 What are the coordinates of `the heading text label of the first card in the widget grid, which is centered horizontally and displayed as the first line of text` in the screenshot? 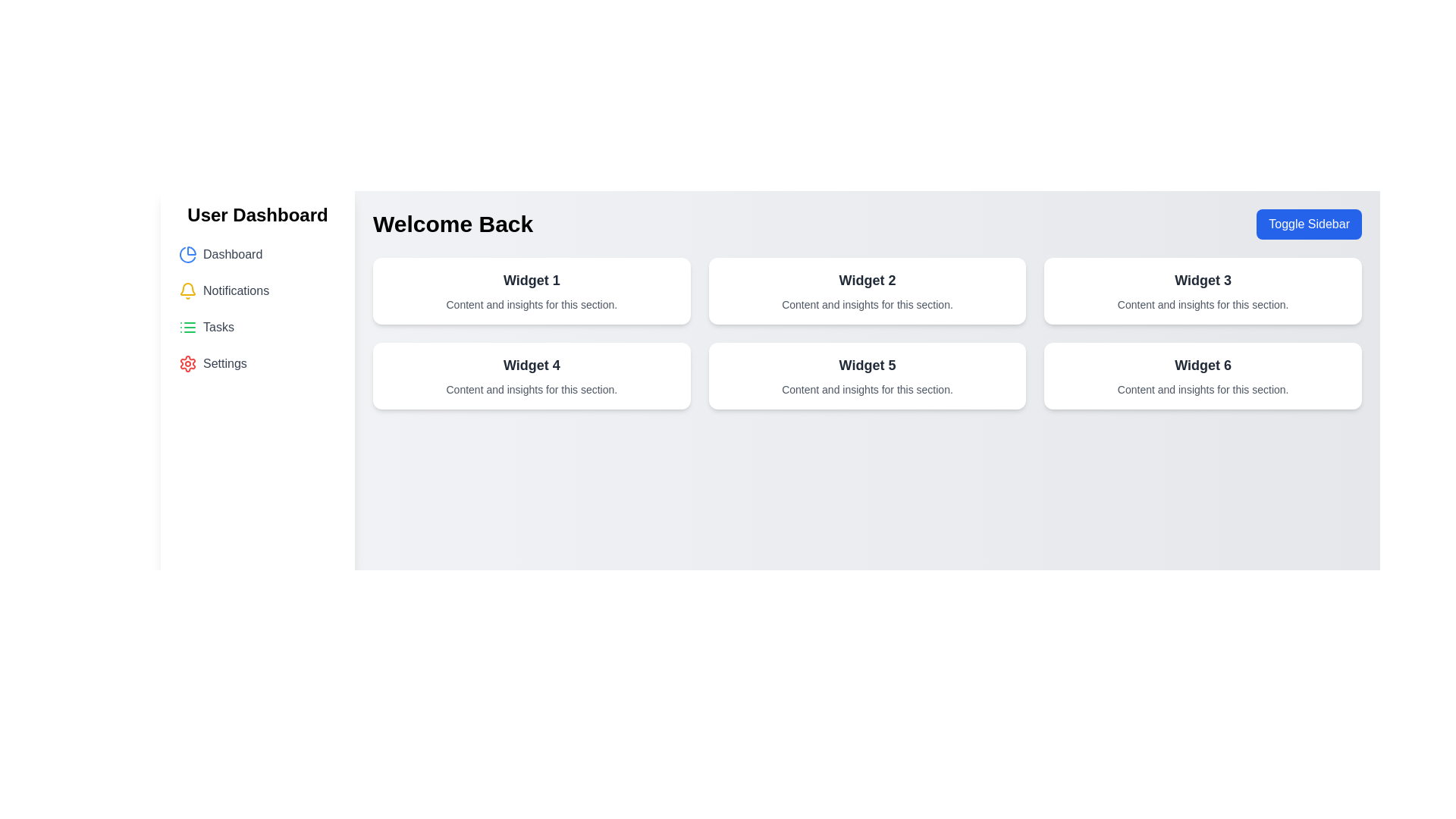 It's located at (532, 281).